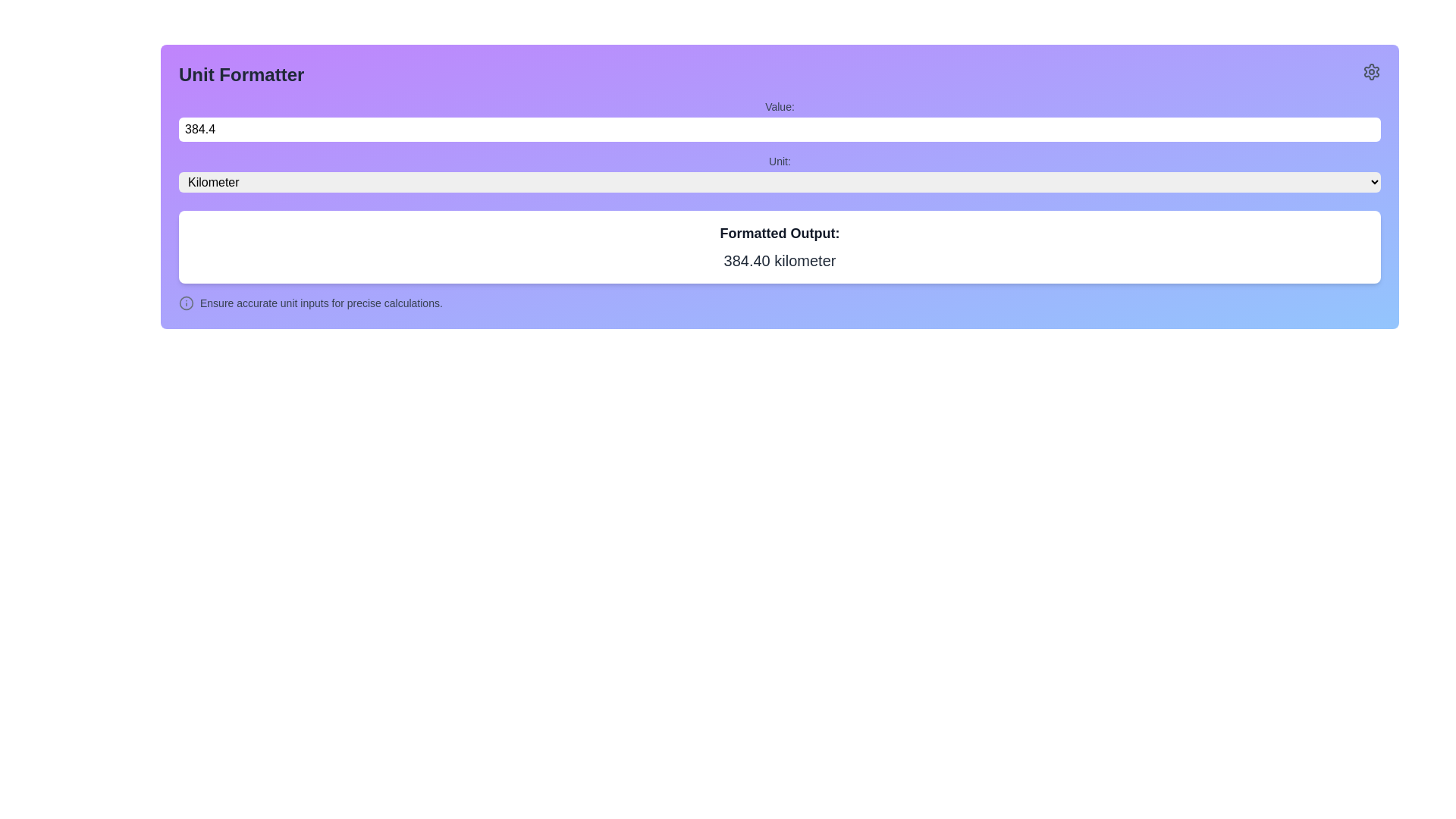 This screenshot has width=1456, height=819. Describe the element at coordinates (240, 75) in the screenshot. I see `the bold text label 'Unit Formatter' located at the top of the interface` at that location.